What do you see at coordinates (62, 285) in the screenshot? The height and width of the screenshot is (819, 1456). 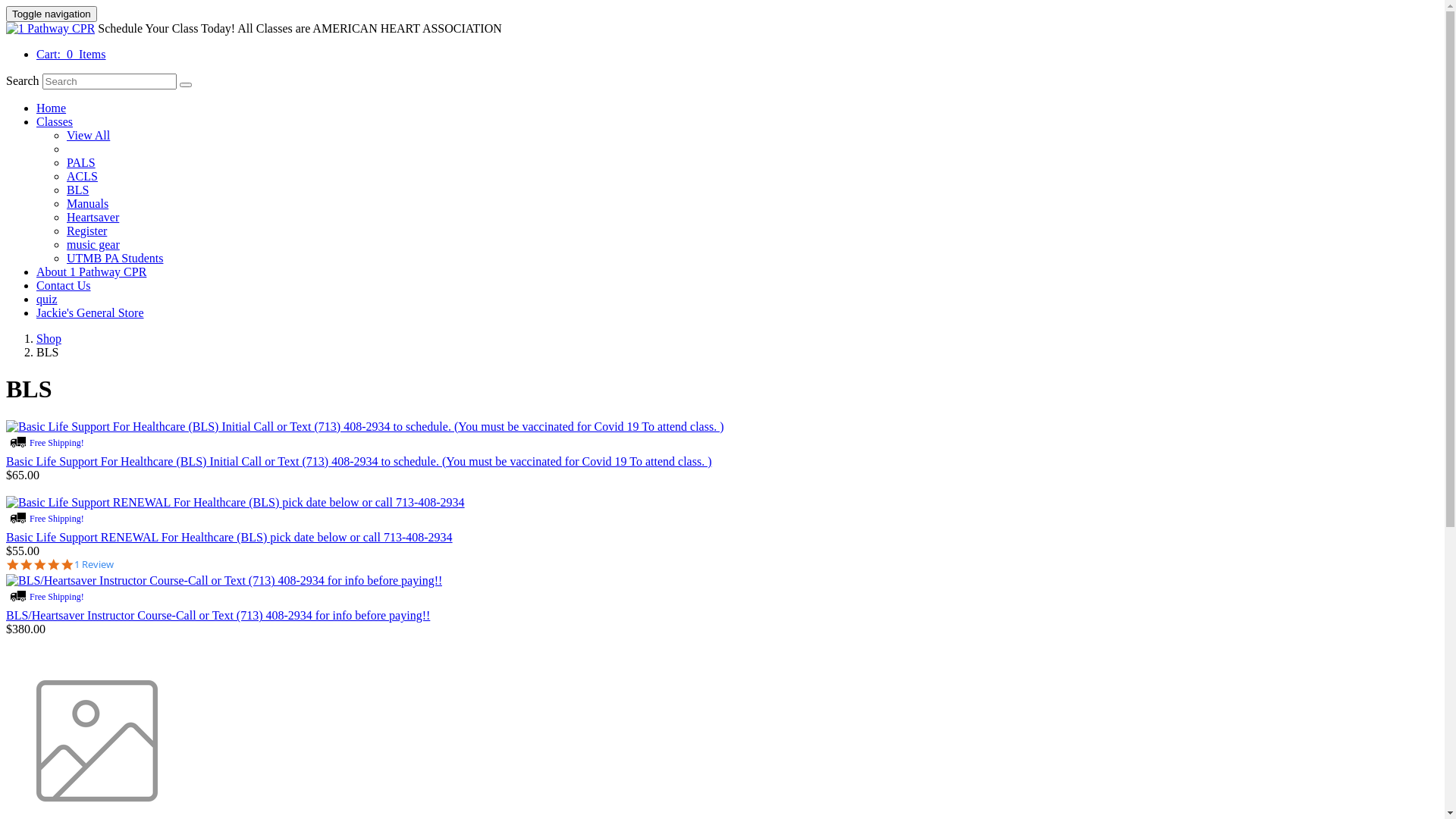 I see `'Contact Us'` at bounding box center [62, 285].